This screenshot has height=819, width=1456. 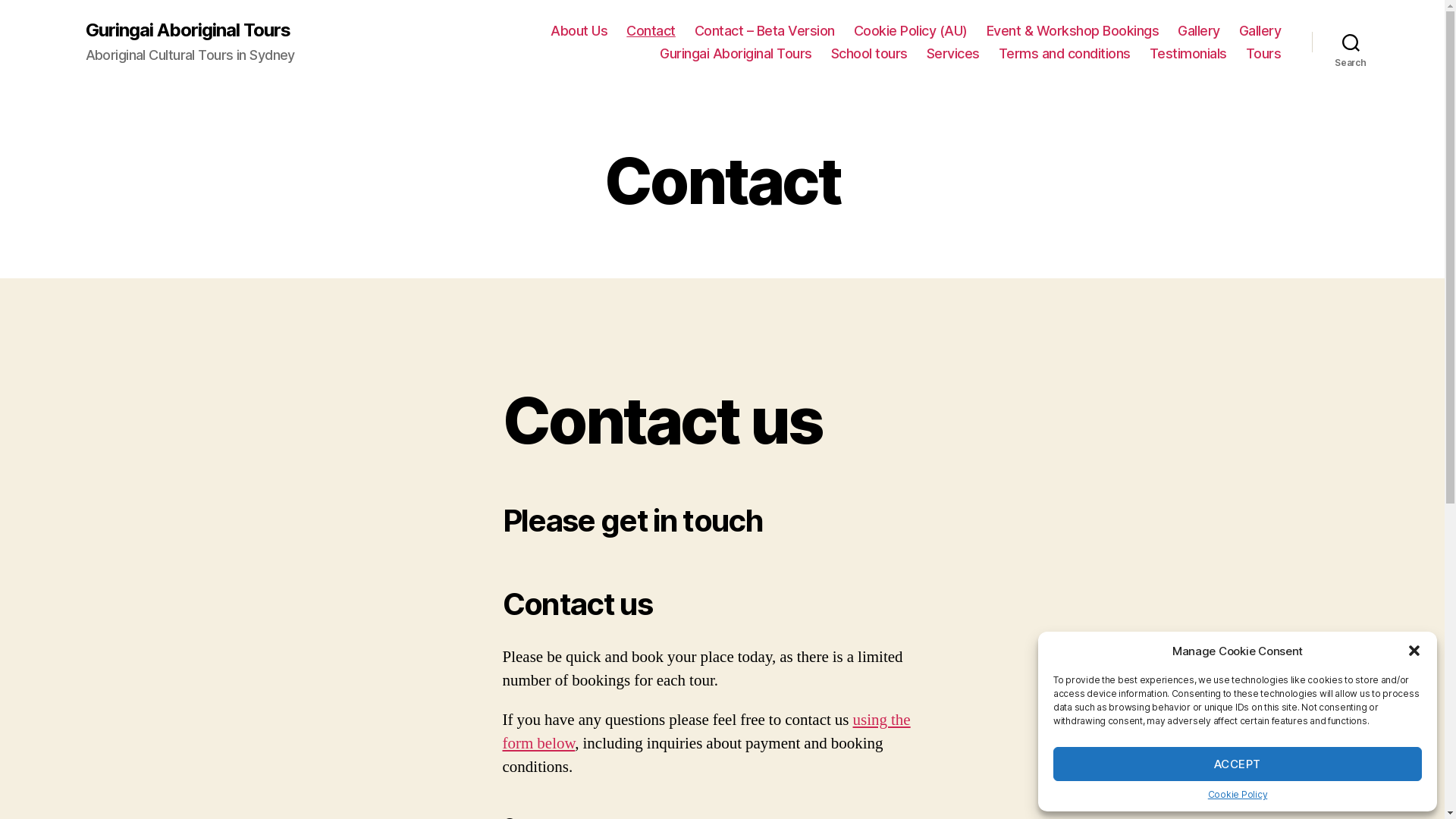 I want to click on 'Services', so click(x=952, y=52).